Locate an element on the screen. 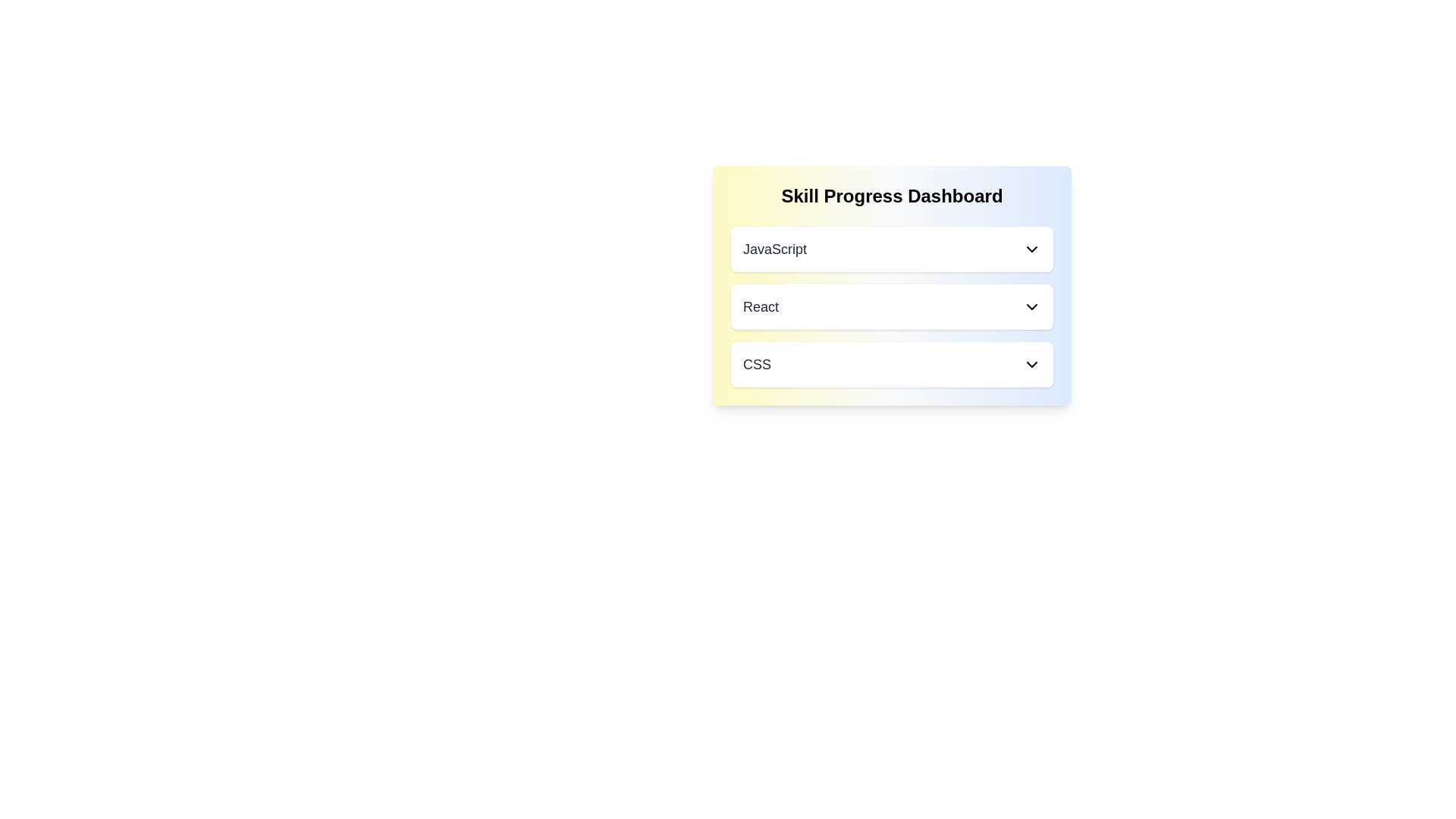 The image size is (1456, 819). the text label displaying 'React', which is a bold medium-sized heading in dark gray within a dropdown-like component, positioned as the left-aligned text in the middle section of the list-like structure is located at coordinates (761, 307).